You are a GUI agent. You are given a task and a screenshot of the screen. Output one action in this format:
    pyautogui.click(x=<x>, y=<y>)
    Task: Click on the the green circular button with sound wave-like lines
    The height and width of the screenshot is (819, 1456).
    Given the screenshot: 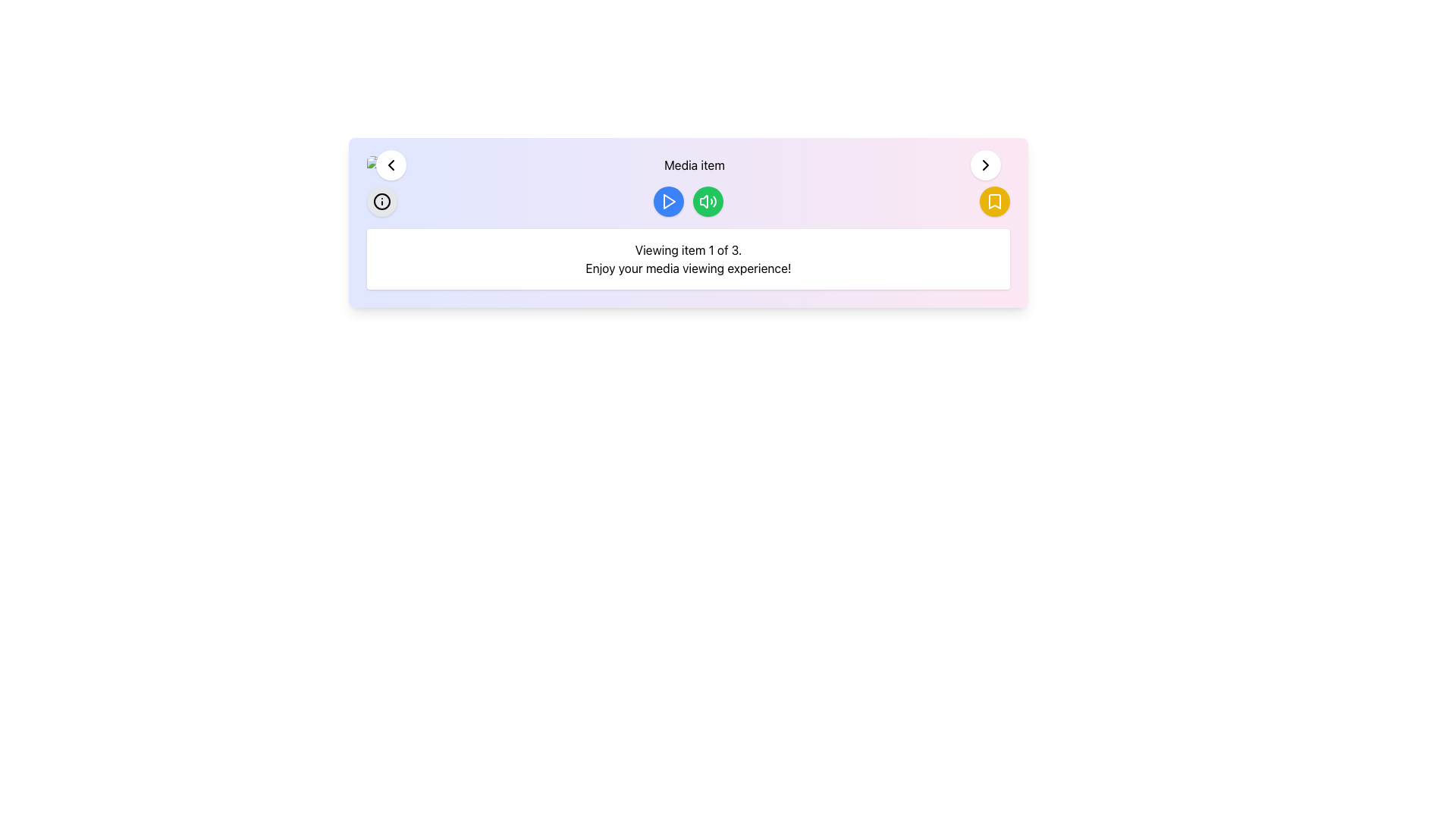 What is the action you would take?
    pyautogui.click(x=708, y=201)
    